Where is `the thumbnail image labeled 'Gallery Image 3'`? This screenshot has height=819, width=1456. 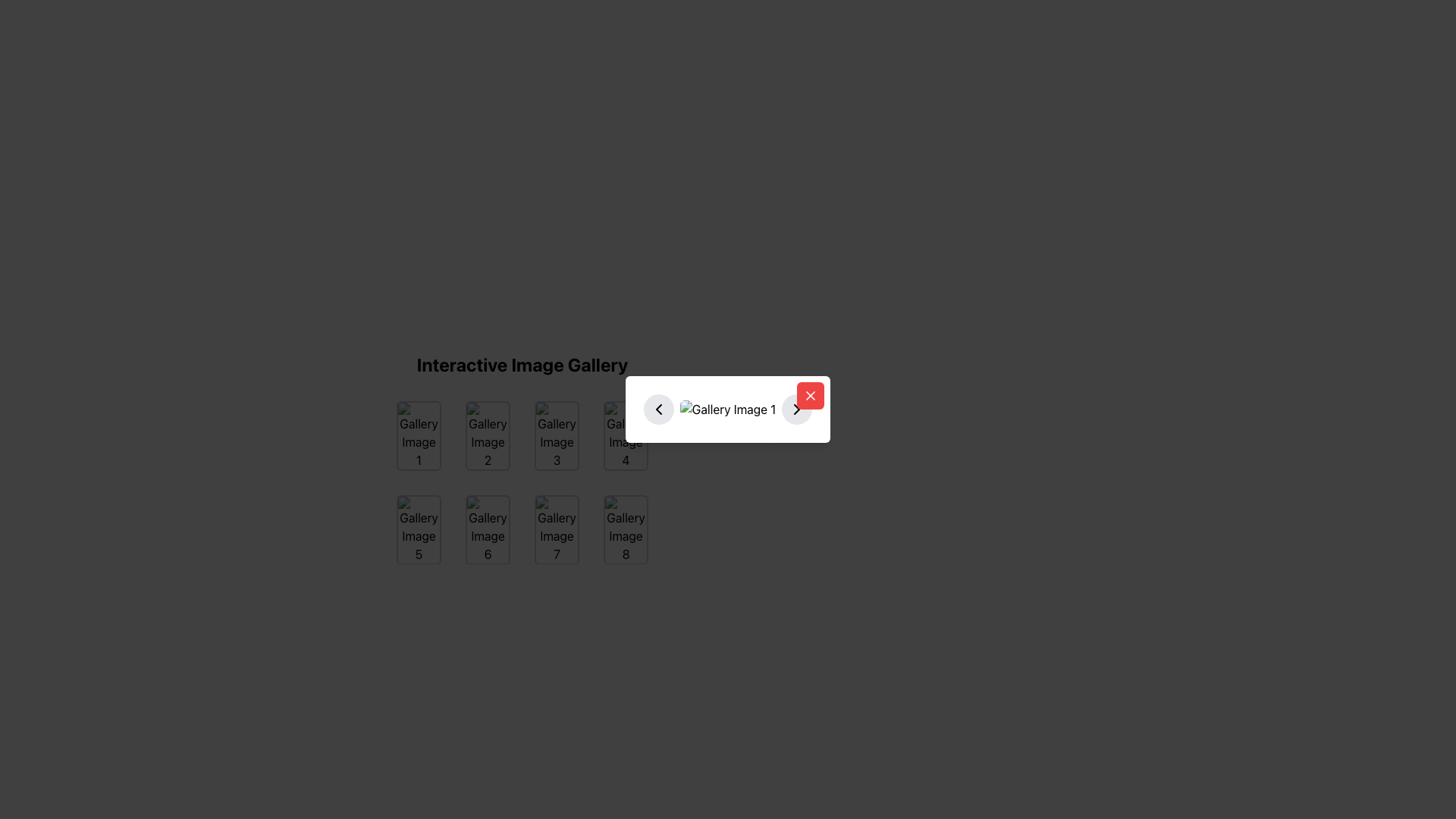
the thumbnail image labeled 'Gallery Image 3' is located at coordinates (556, 435).